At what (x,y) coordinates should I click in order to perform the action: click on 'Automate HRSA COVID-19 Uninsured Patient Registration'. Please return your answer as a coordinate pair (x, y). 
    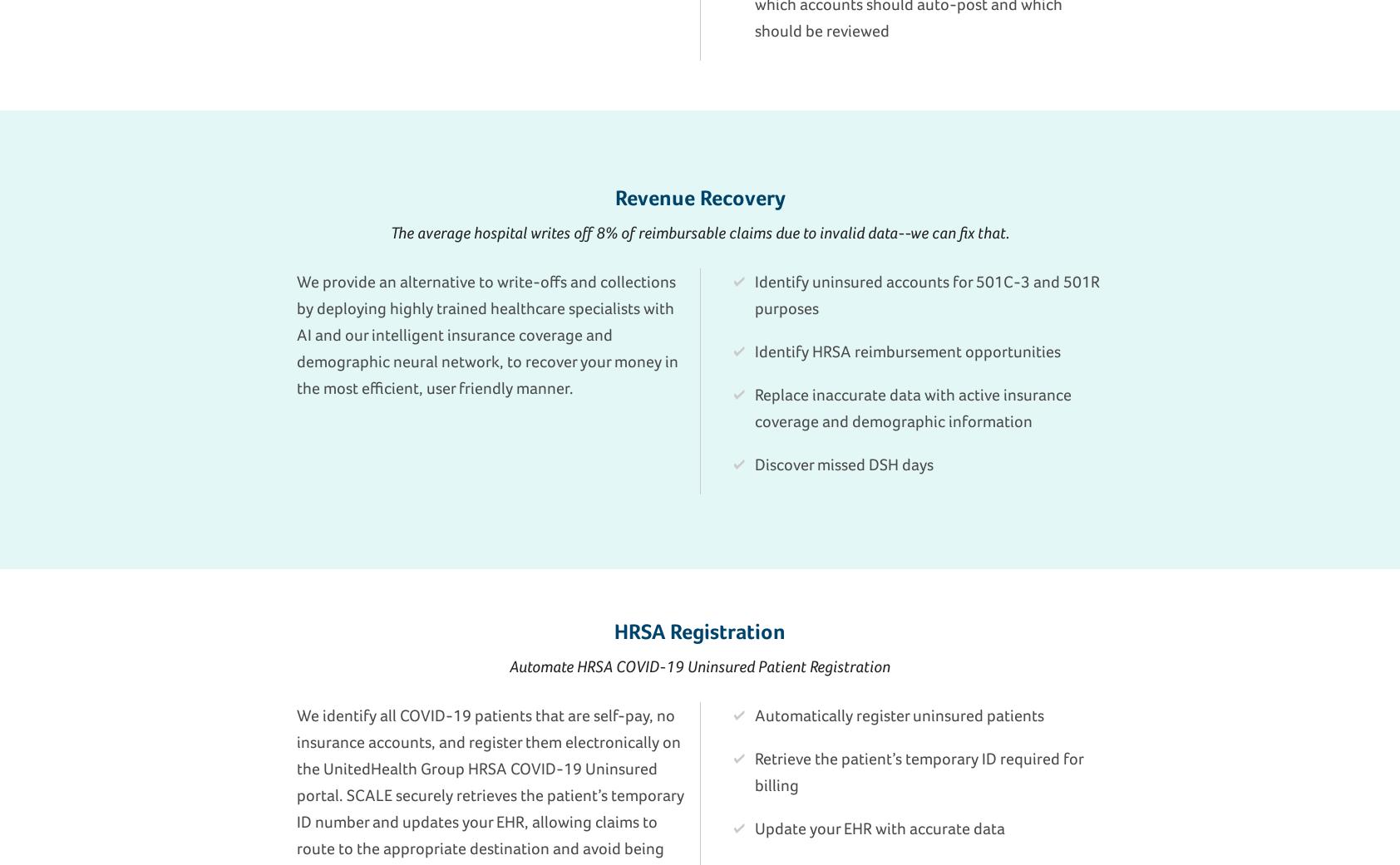
    Looking at the image, I should click on (700, 666).